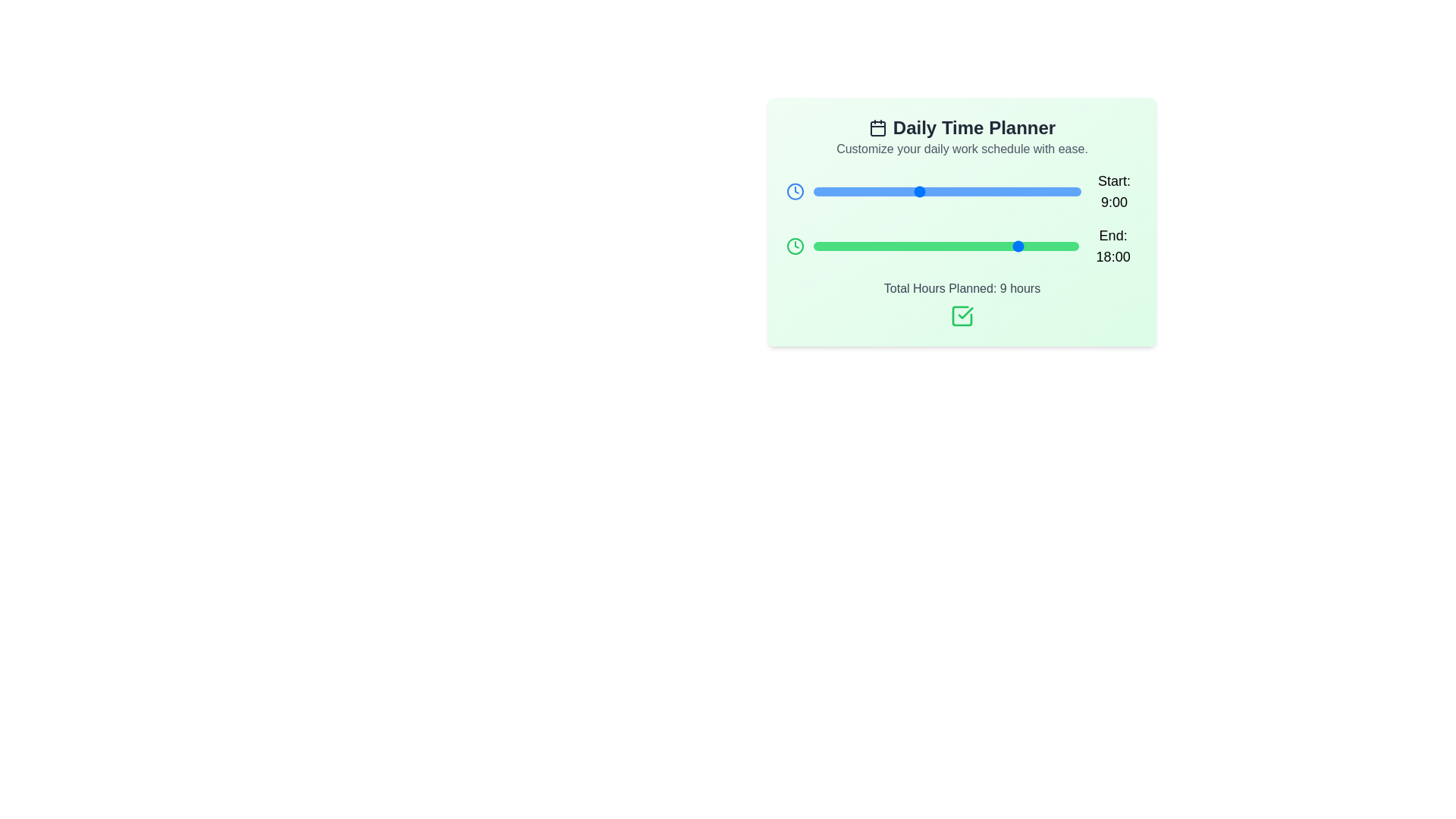 Image resolution: width=1456 pixels, height=819 pixels. I want to click on the 'Start' slider to set the start time to 13, so click(964, 191).